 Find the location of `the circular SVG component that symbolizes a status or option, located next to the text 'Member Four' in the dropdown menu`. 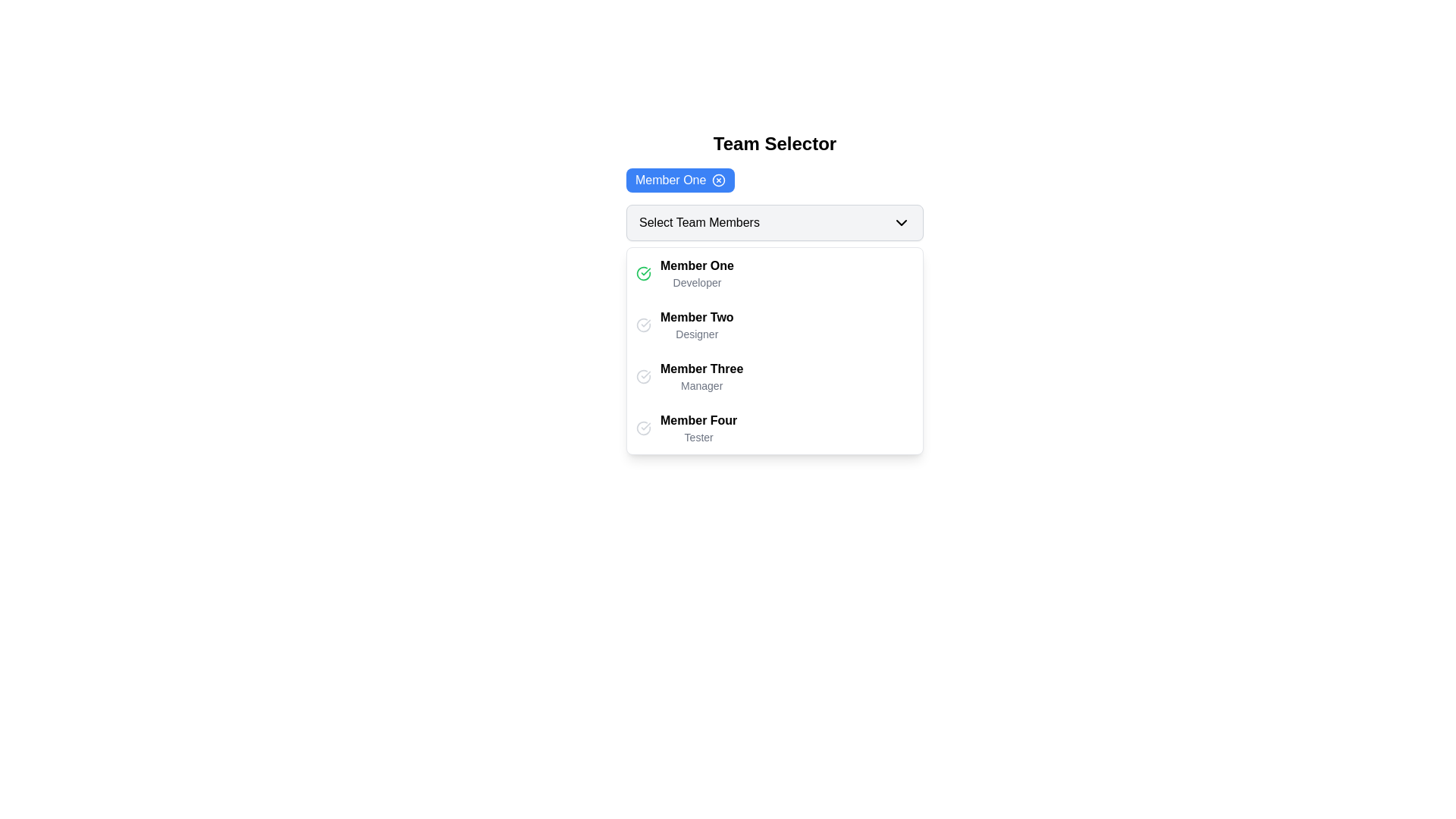

the circular SVG component that symbolizes a status or option, located next to the text 'Member Four' in the dropdown menu is located at coordinates (644, 376).